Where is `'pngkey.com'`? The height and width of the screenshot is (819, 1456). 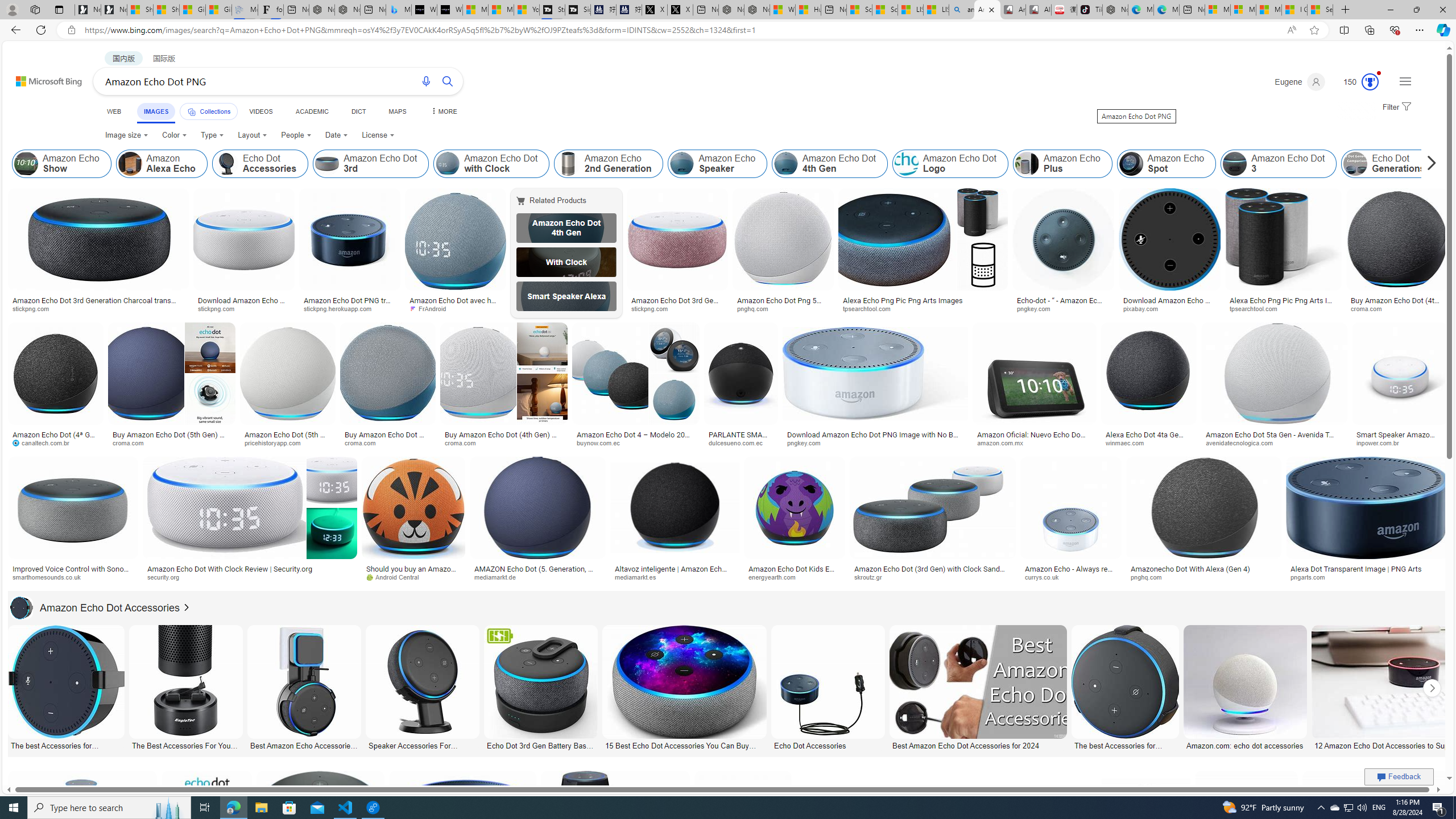
'pngkey.com' is located at coordinates (807, 442).